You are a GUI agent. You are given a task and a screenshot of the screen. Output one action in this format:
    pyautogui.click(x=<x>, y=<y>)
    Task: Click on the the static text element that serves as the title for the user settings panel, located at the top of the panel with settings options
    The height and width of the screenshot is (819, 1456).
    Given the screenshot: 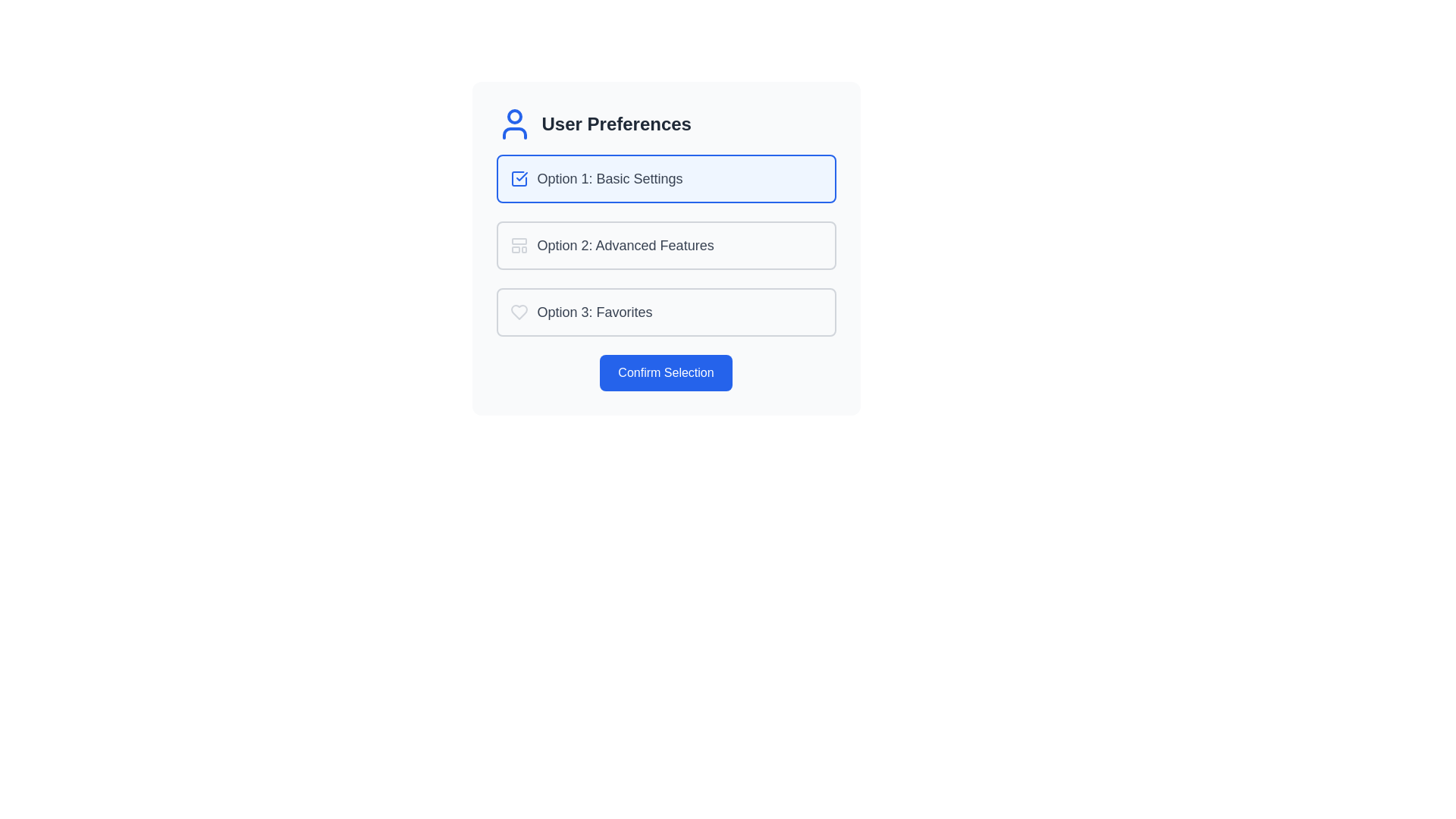 What is the action you would take?
    pyautogui.click(x=617, y=124)
    